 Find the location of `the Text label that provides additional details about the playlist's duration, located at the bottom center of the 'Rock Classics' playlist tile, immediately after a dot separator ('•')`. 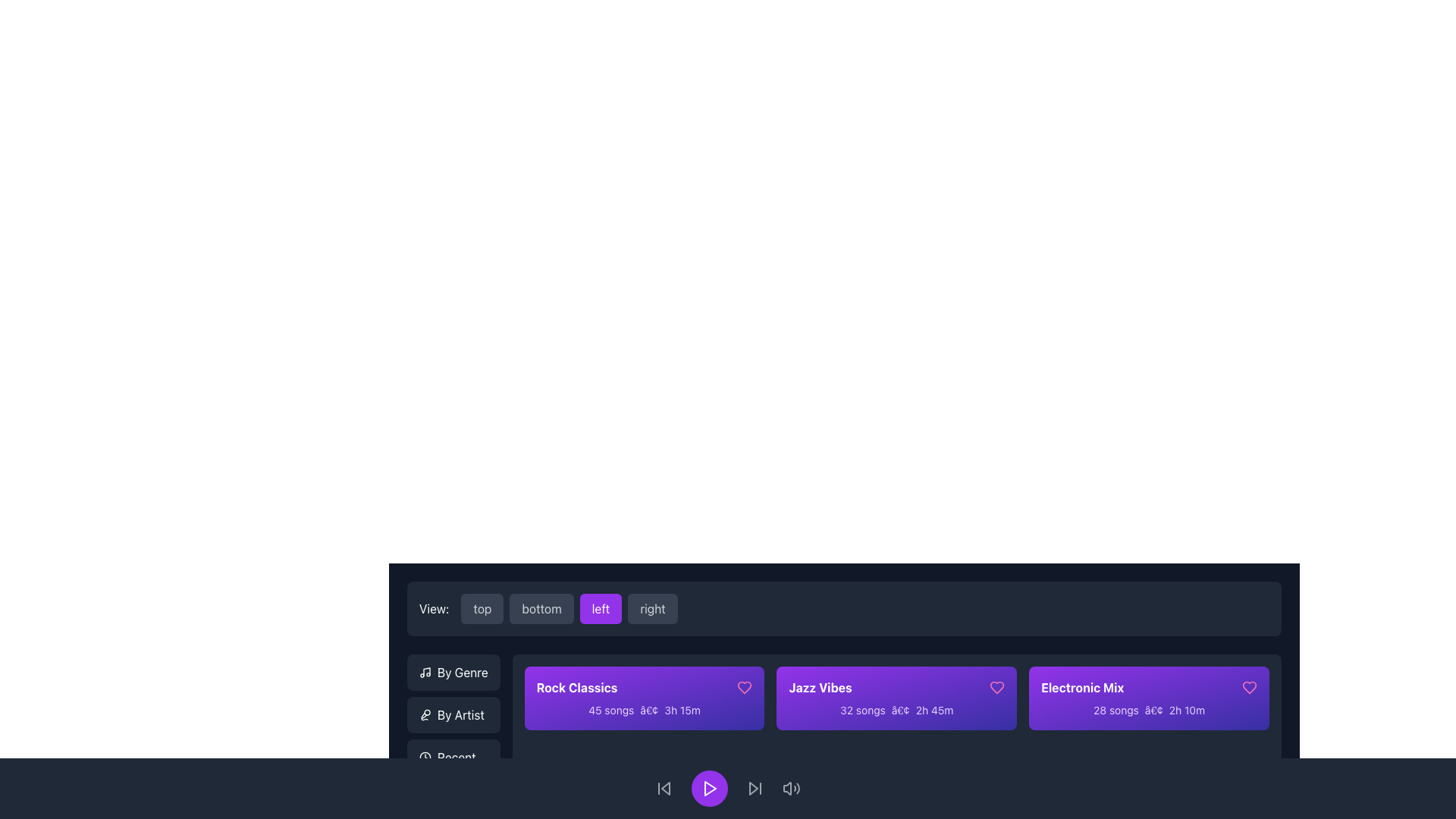

the Text label that provides additional details about the playlist's duration, located at the bottom center of the 'Rock Classics' playlist tile, immediately after a dot separator ('•') is located at coordinates (682, 710).